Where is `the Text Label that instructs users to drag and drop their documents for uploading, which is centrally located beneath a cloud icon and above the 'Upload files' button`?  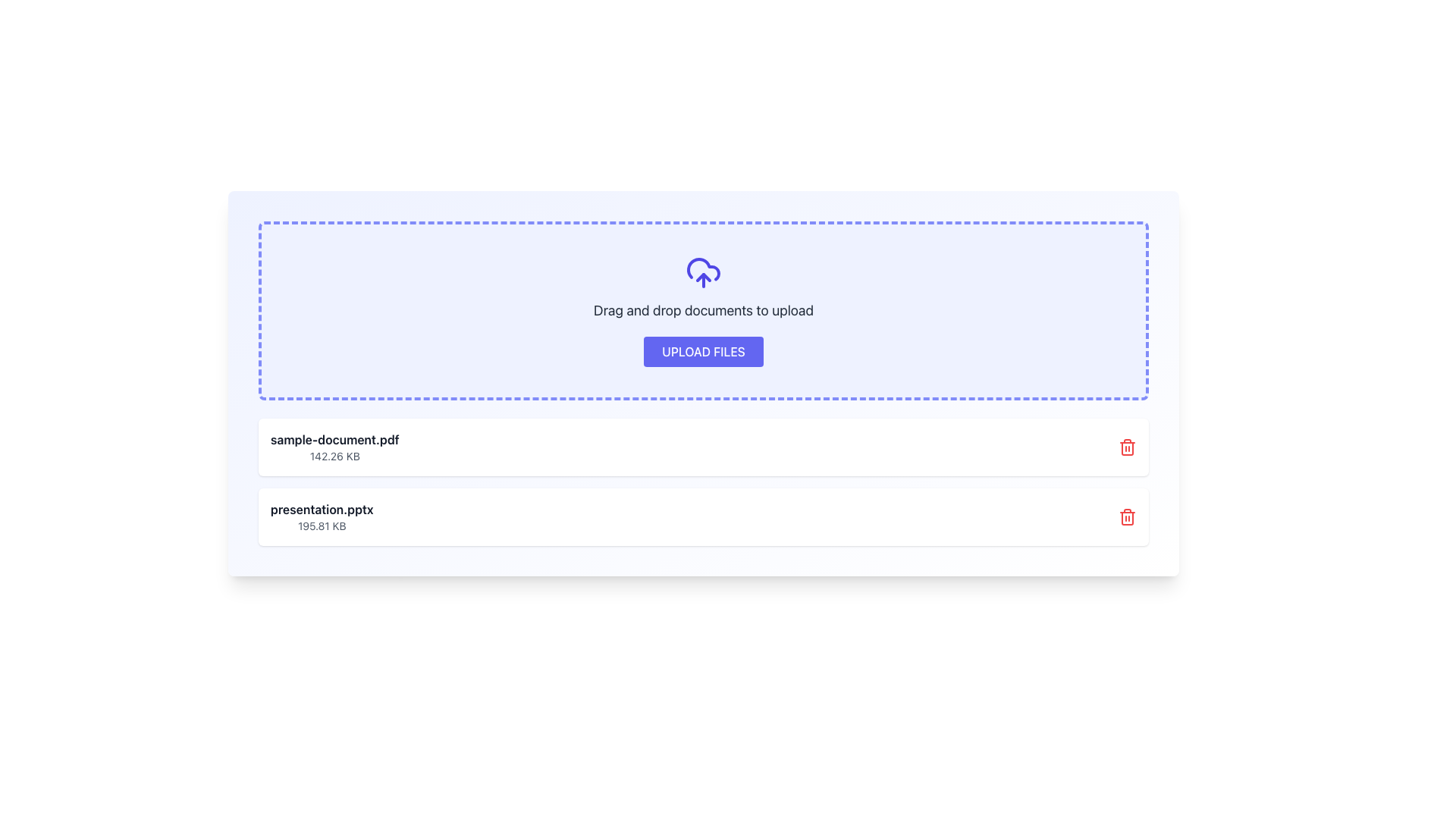
the Text Label that instructs users to drag and drop their documents for uploading, which is centrally located beneath a cloud icon and above the 'Upload files' button is located at coordinates (702, 309).